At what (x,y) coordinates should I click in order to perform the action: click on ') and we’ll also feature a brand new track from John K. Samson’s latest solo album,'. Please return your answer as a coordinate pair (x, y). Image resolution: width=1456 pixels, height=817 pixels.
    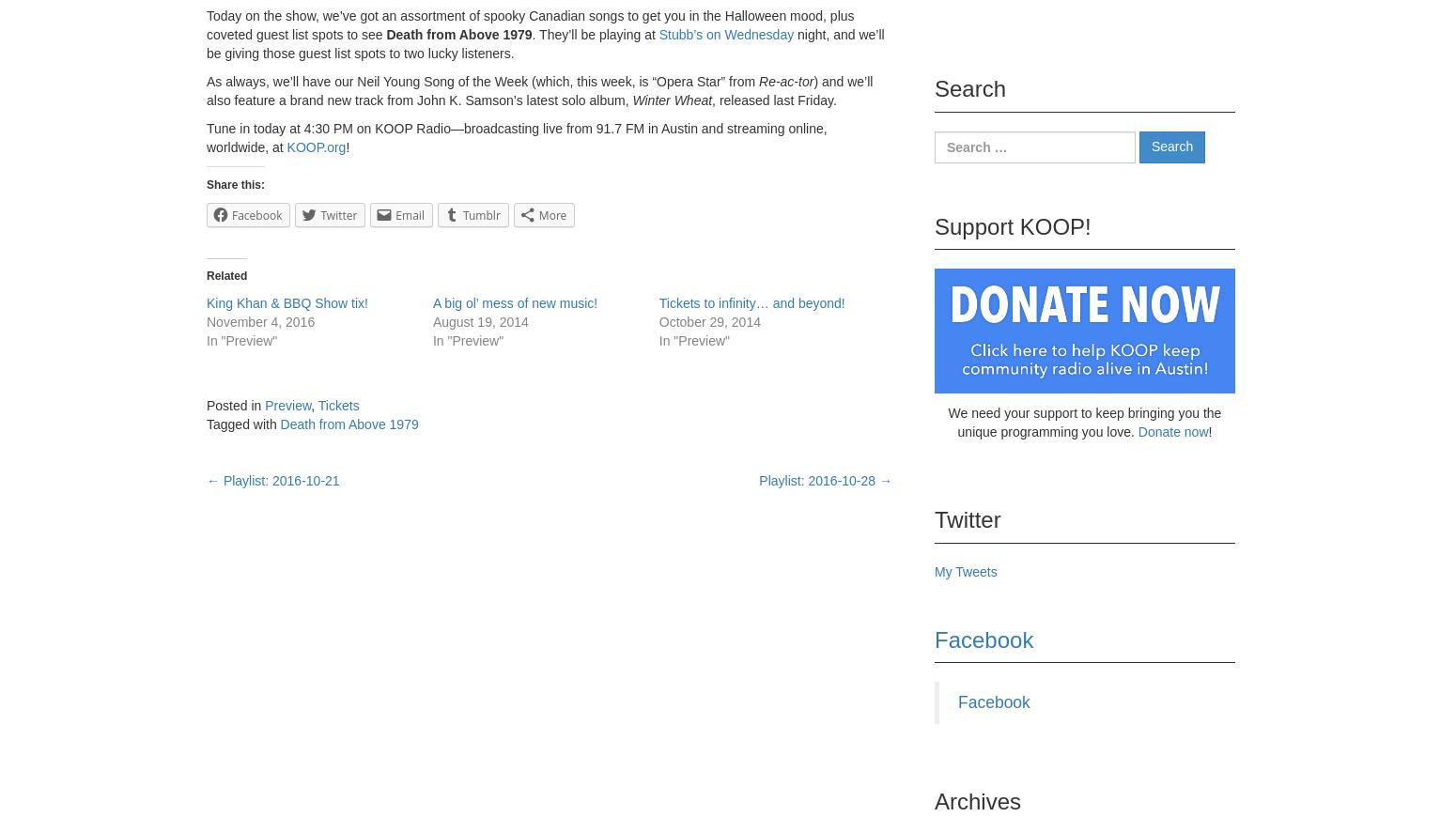
    Looking at the image, I should click on (539, 88).